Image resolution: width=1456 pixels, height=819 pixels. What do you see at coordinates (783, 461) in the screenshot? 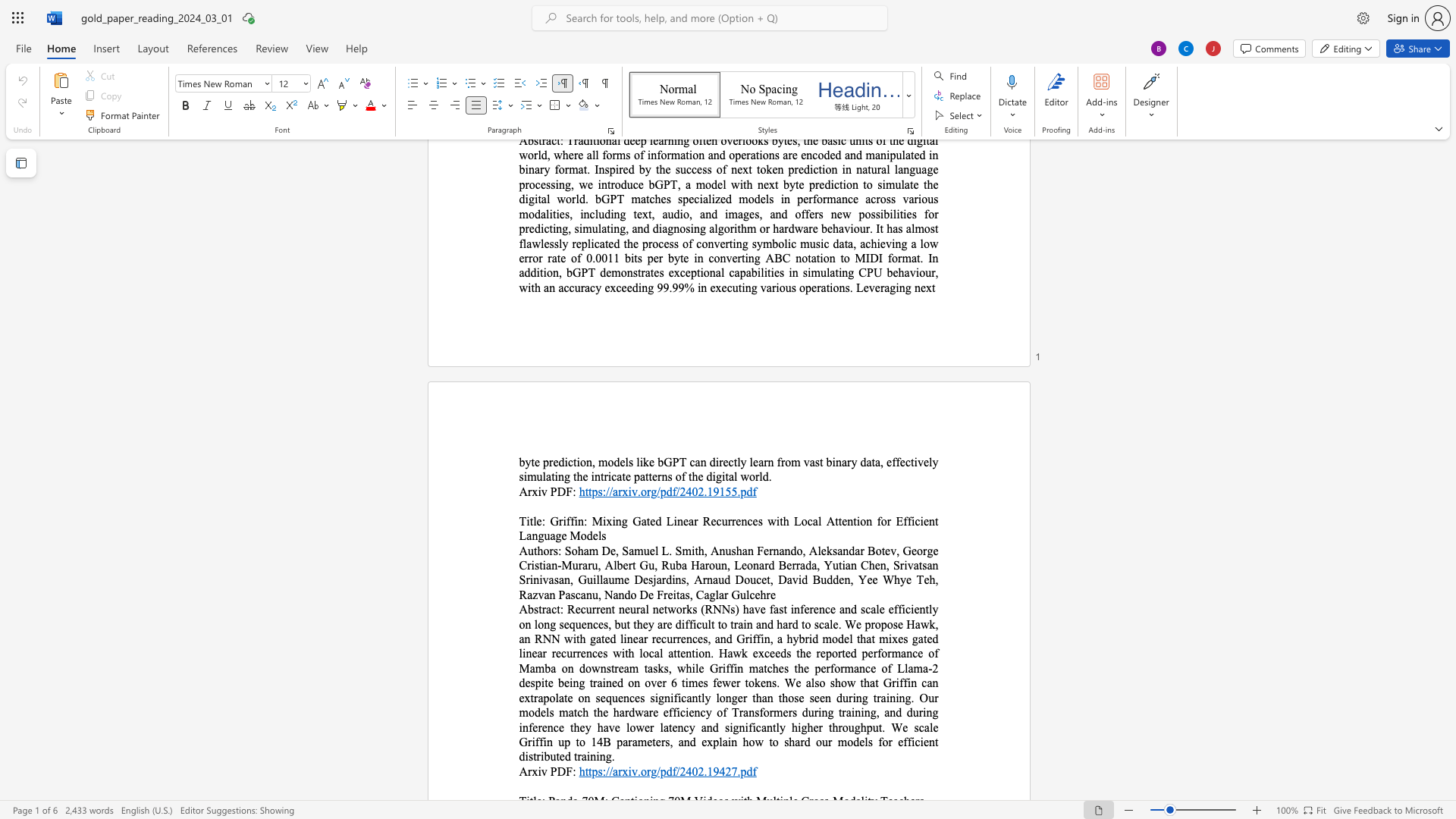
I see `the 4th character "r" in the text` at bounding box center [783, 461].